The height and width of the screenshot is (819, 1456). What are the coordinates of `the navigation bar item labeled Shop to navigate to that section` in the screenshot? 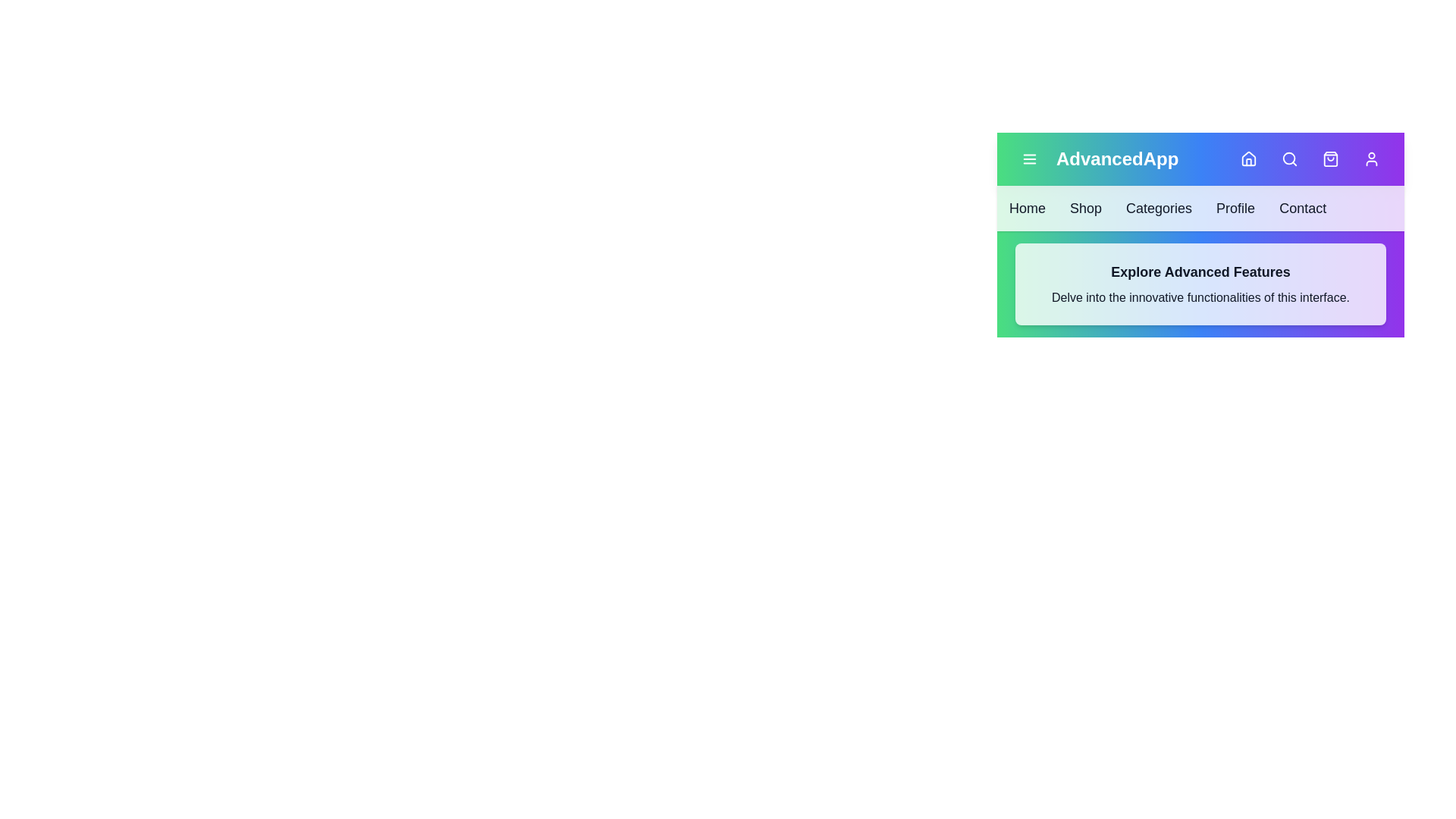 It's located at (1084, 208).